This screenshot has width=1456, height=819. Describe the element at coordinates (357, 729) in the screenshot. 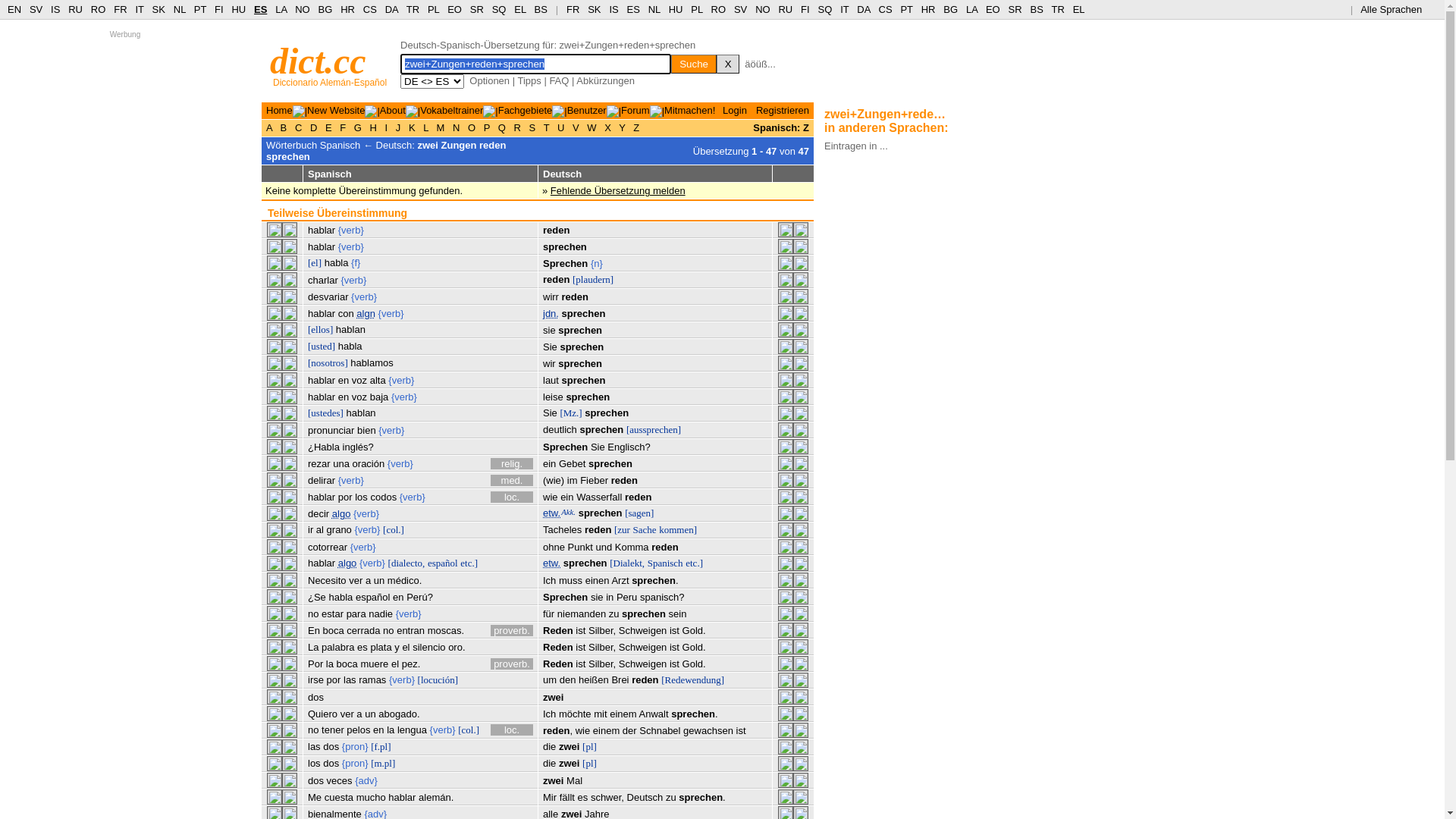

I see `'pelos'` at that location.